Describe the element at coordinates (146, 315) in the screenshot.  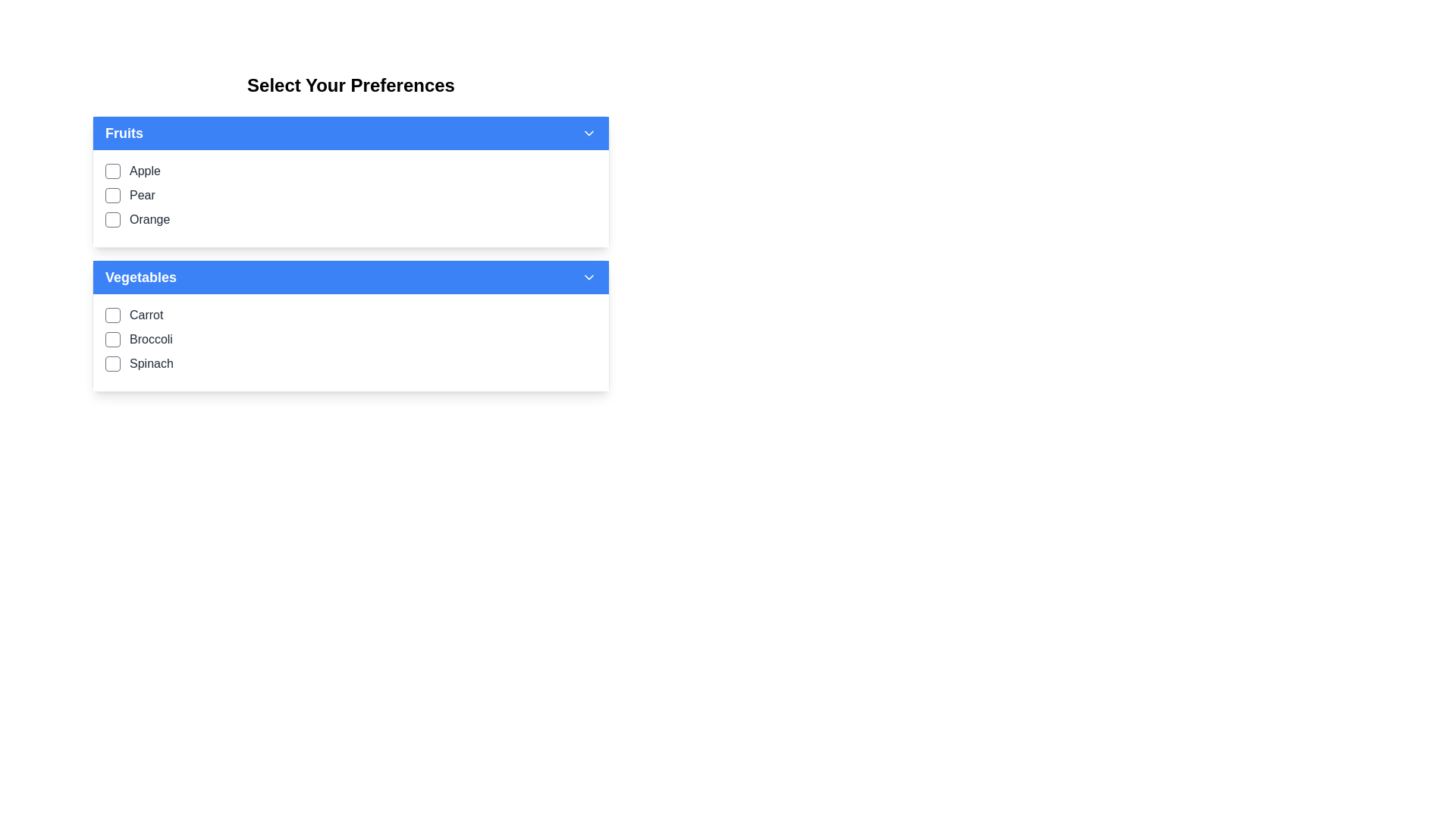
I see `the 'Carrot' text label, which identifies the option within the 'Vegetables' section, positioned to the right of the checkbox` at that location.